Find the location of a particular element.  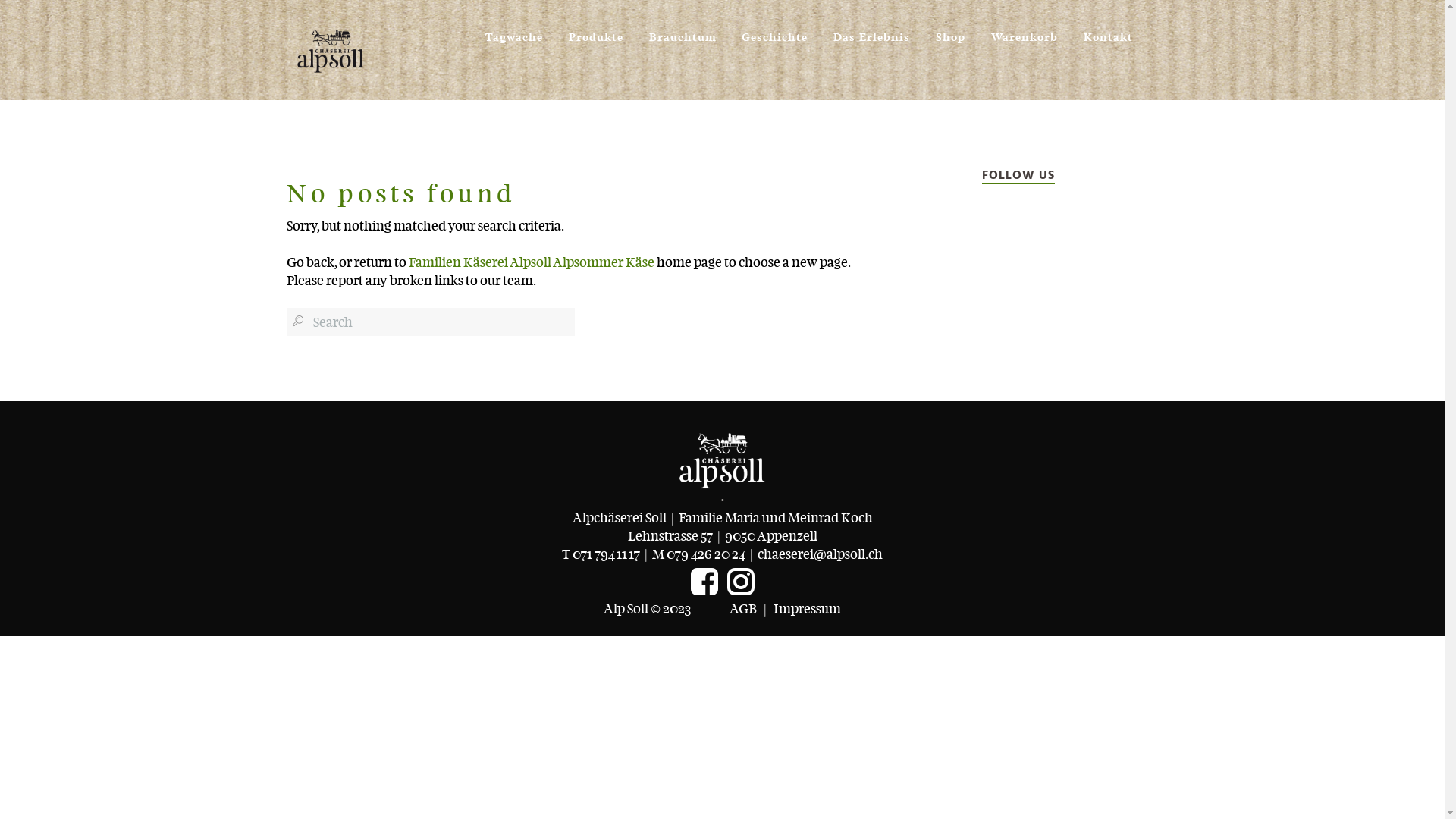

'chaeserei@alpsoll.ch' is located at coordinates (819, 554).